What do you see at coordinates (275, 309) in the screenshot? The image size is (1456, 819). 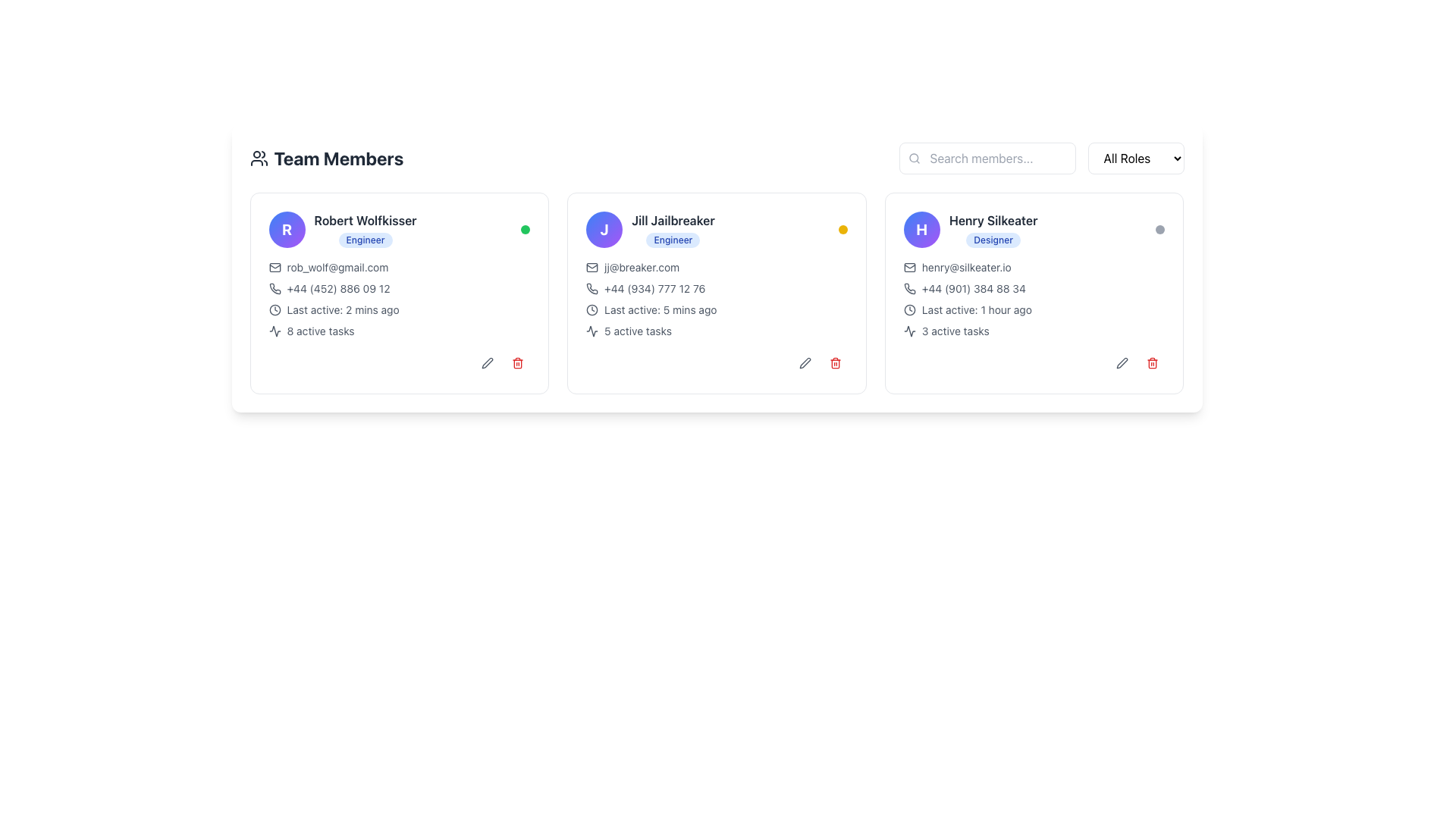 I see `the time icon located to the left of the 'Last active: 2 mins ago' text` at bounding box center [275, 309].